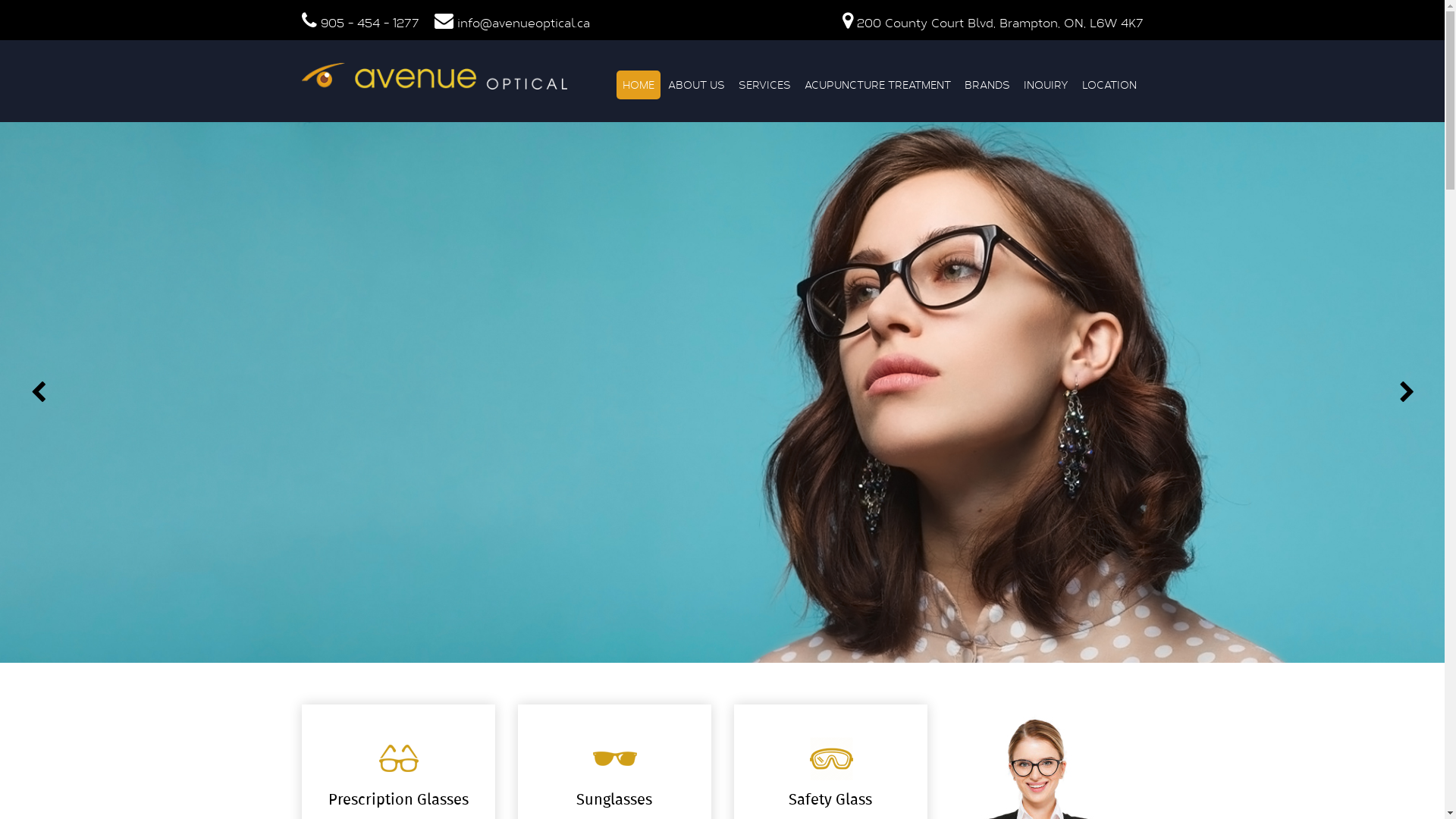 The image size is (1456, 819). What do you see at coordinates (522, 22) in the screenshot?
I see `'info@avenueoptical.ca'` at bounding box center [522, 22].